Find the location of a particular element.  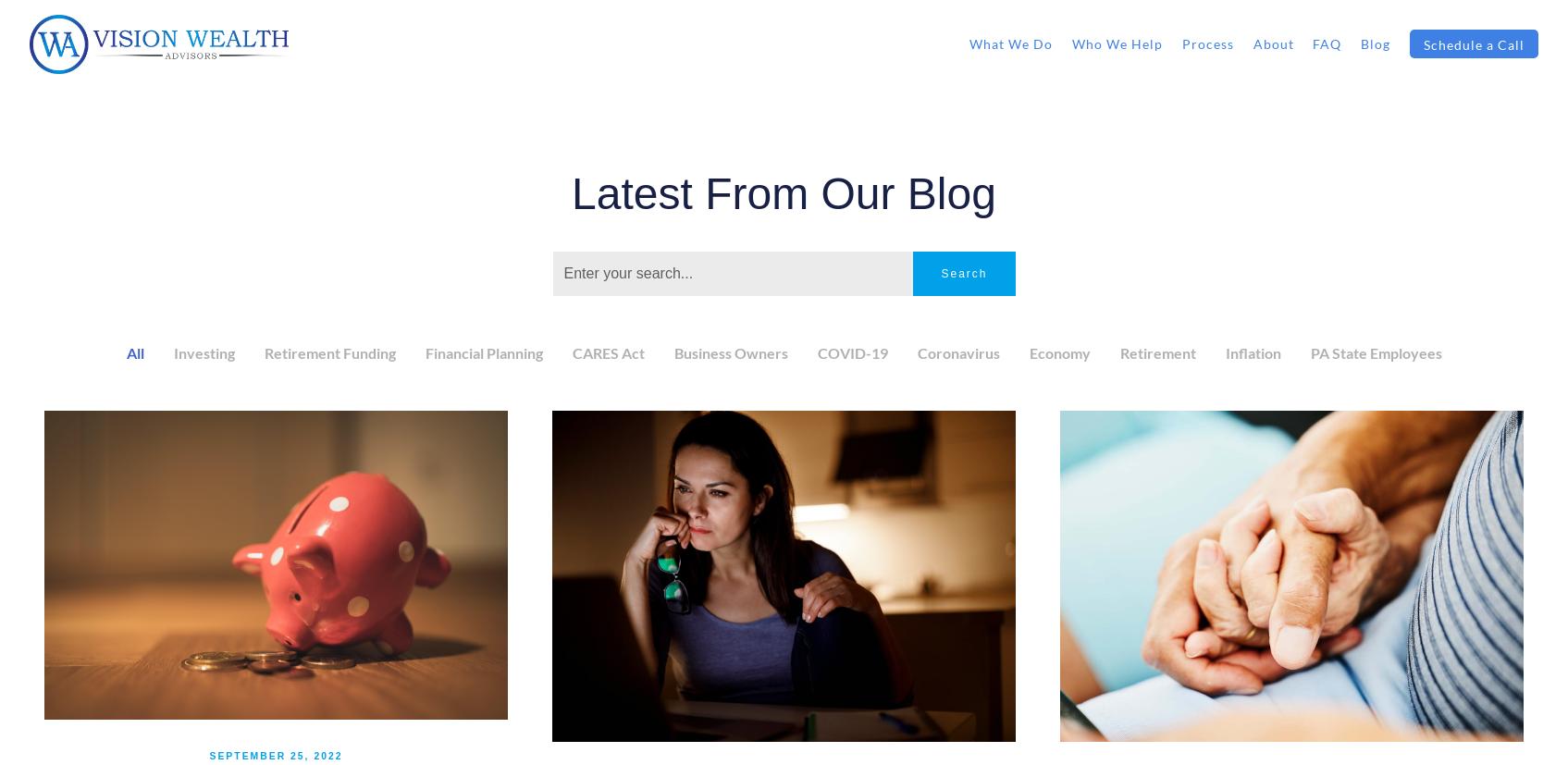

'PA State Employees' is located at coordinates (1309, 352).